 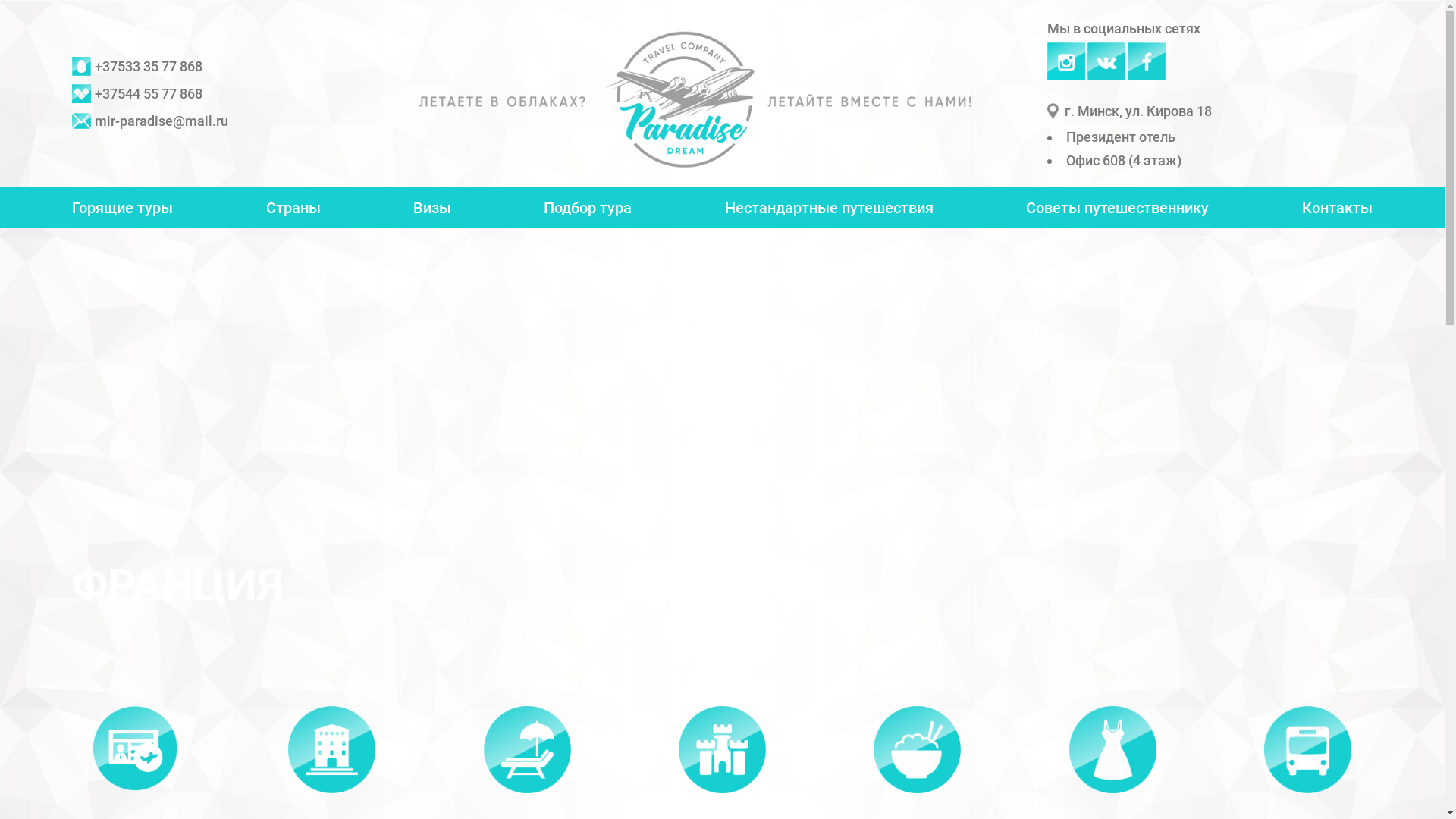 What do you see at coordinates (137, 93) in the screenshot?
I see `'+37544 55 77 868'` at bounding box center [137, 93].